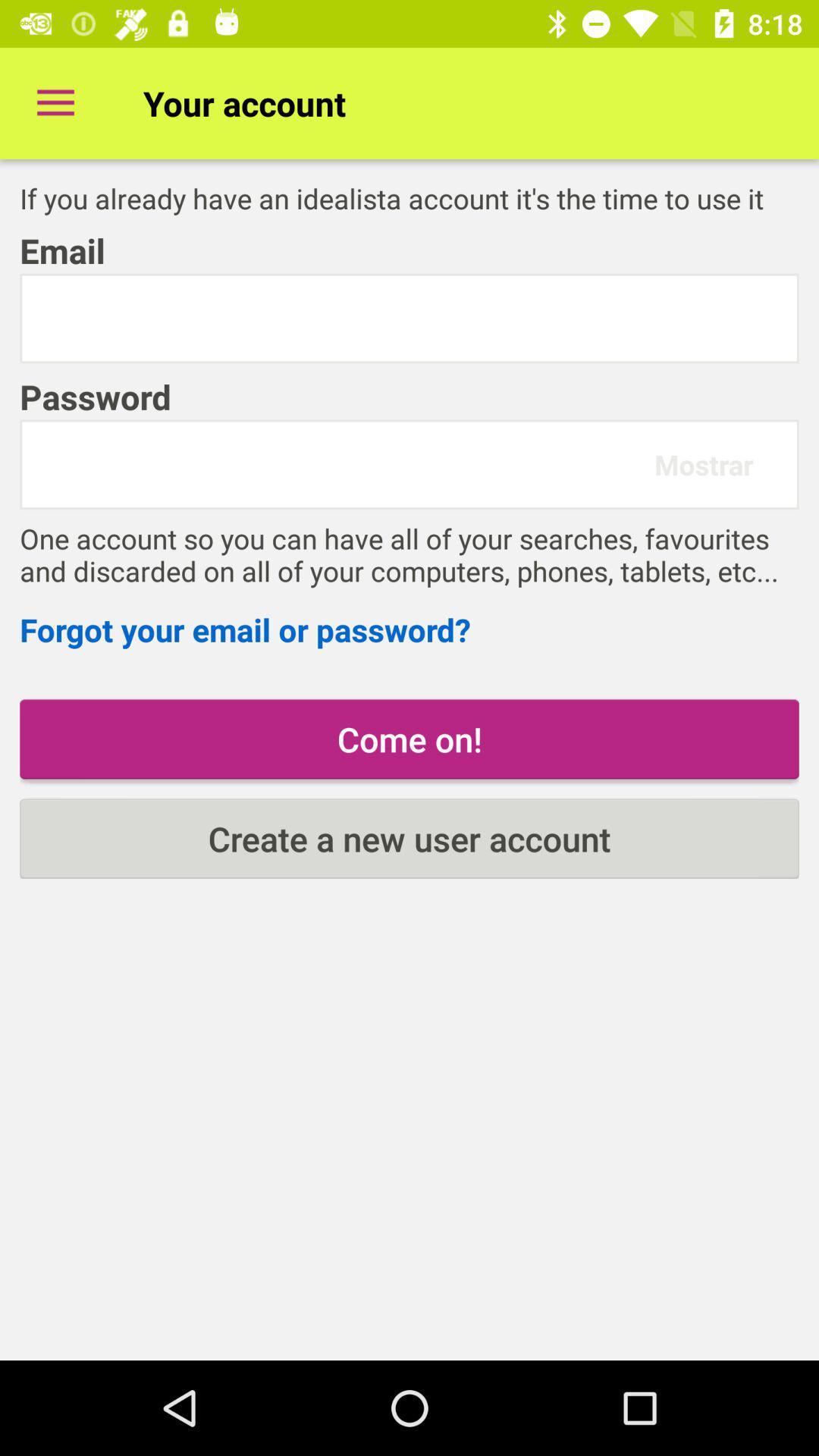 Image resolution: width=819 pixels, height=1456 pixels. I want to click on the icon next to your account item, so click(55, 102).